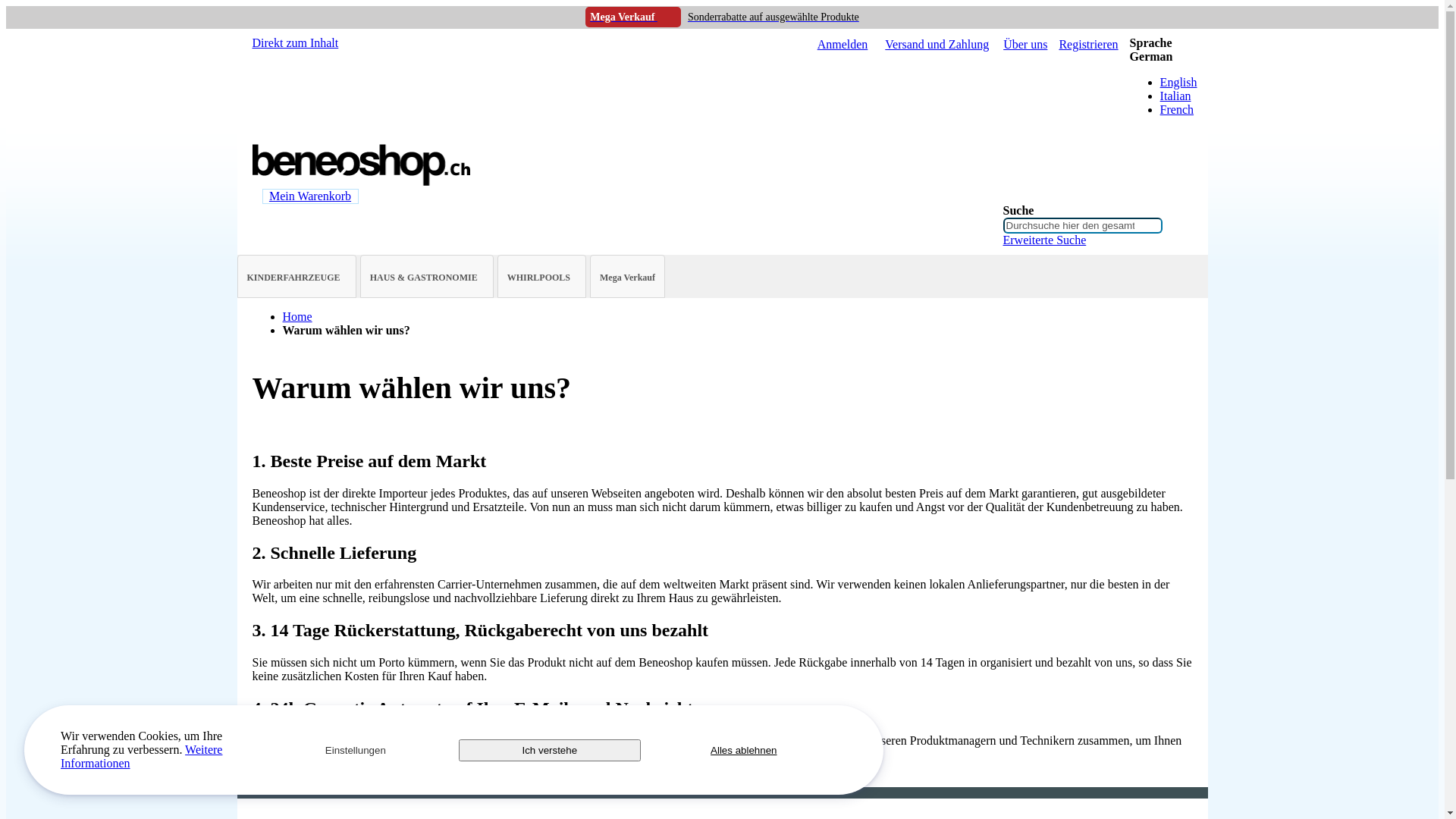  Describe the element at coordinates (360, 180) in the screenshot. I see `'BeneoShop.ch'` at that location.